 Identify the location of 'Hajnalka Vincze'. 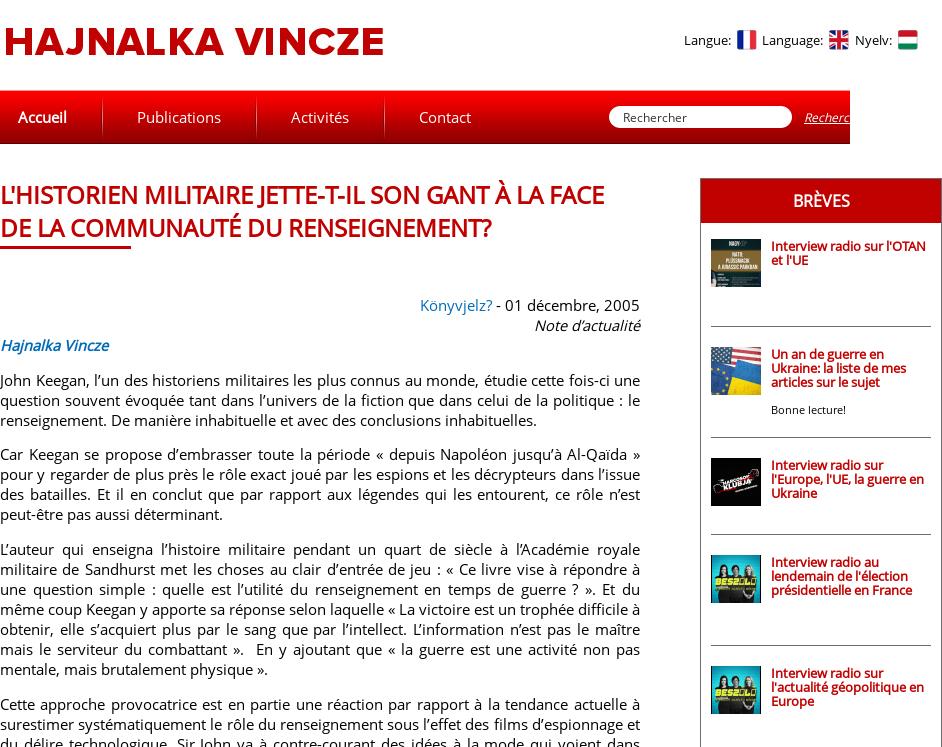
(0, 343).